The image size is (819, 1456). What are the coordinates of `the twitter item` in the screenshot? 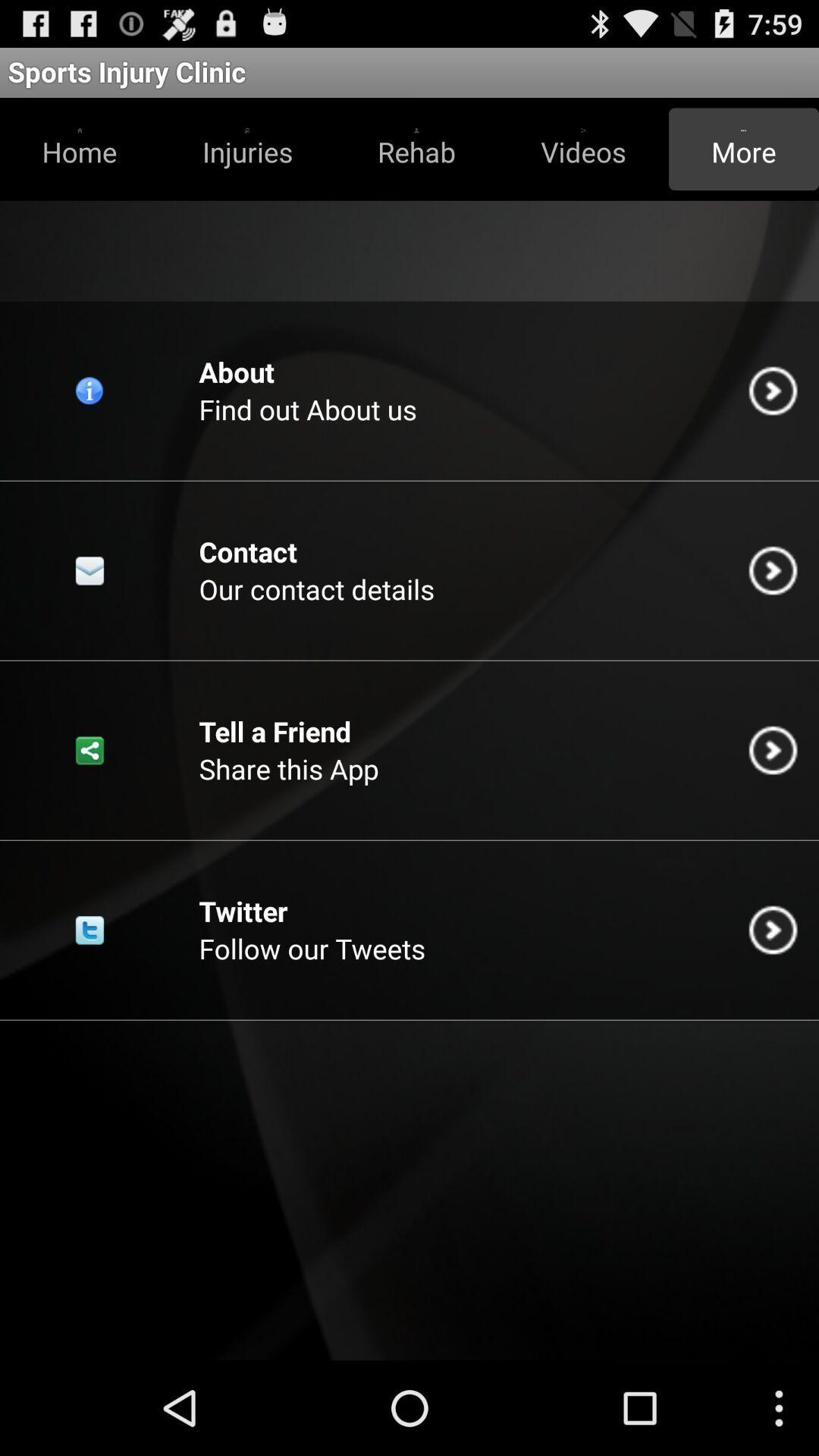 It's located at (242, 910).